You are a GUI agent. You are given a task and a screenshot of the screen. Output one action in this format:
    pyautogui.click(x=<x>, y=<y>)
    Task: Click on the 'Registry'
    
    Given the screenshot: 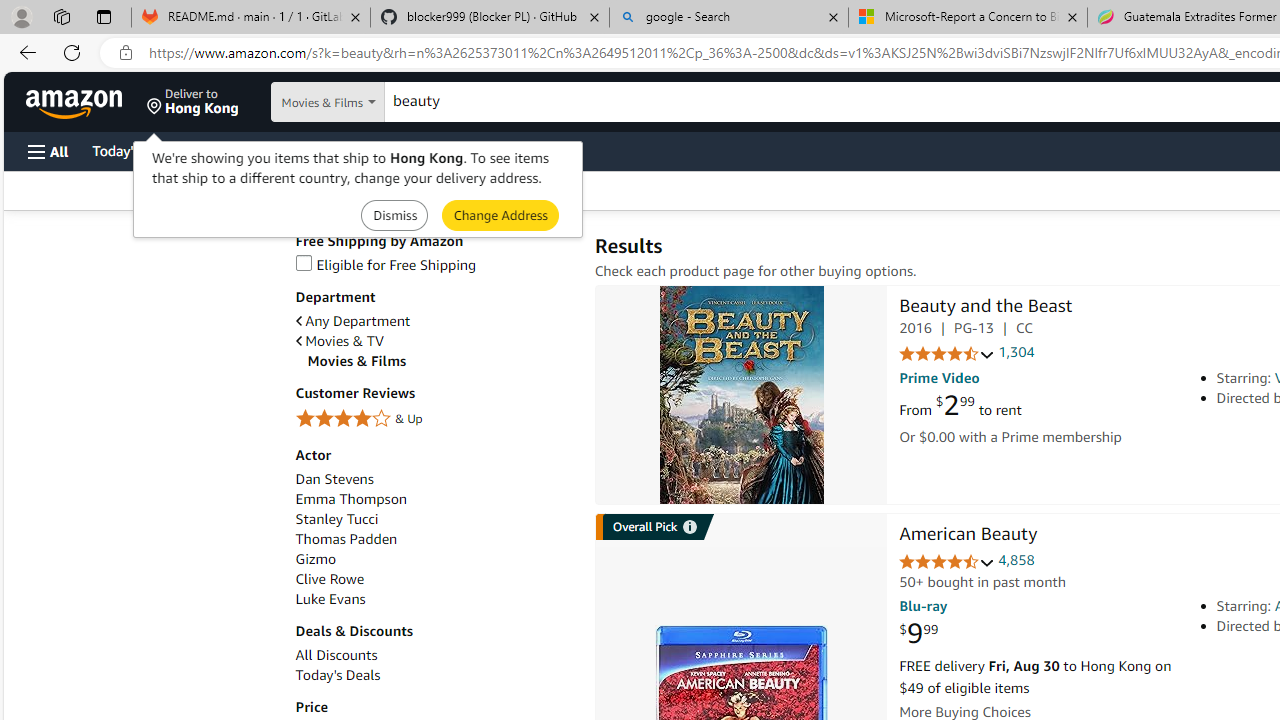 What is the action you would take?
    pyautogui.click(x=360, y=149)
    